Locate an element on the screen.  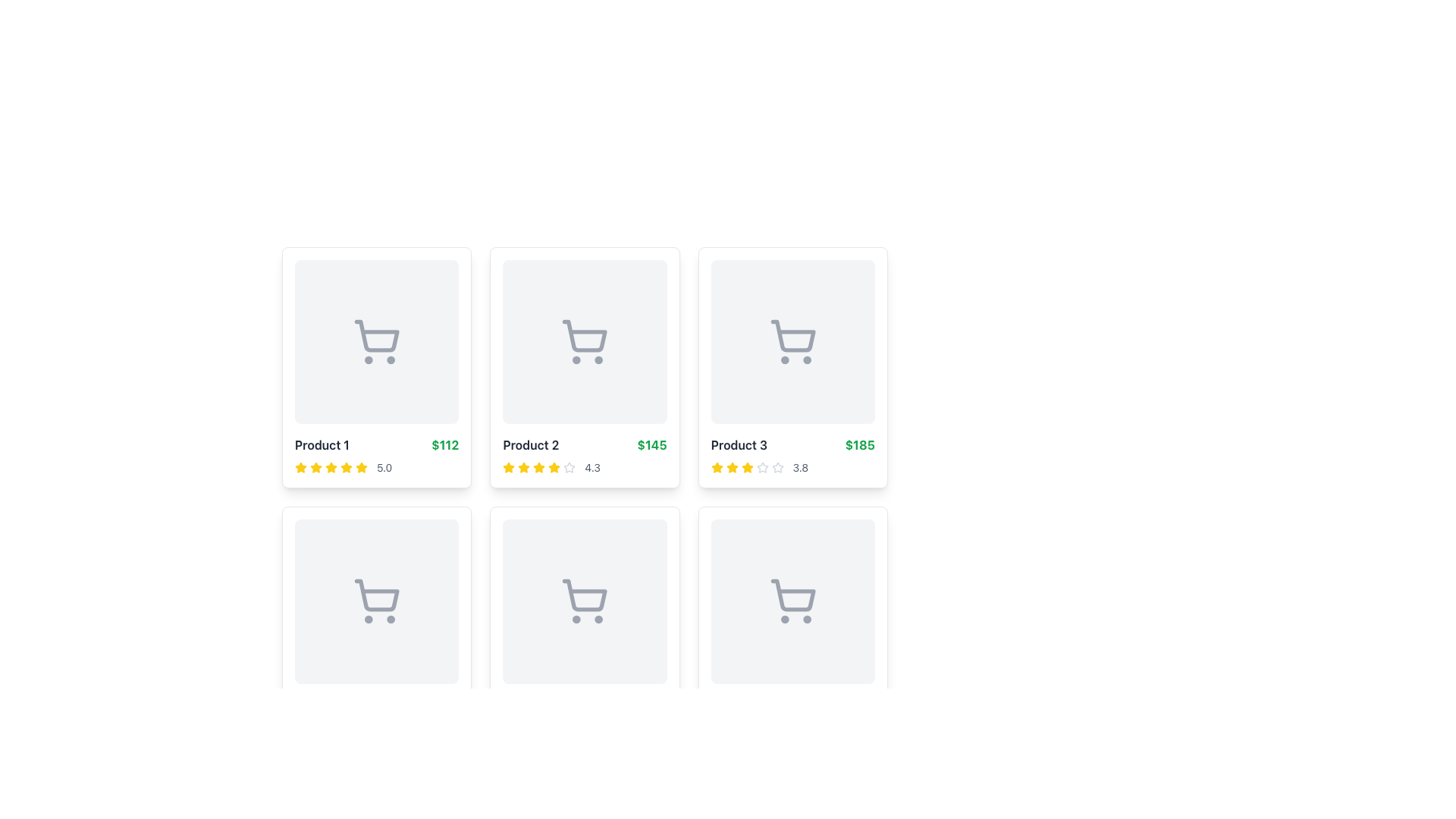
the rating display text located at the bottom section of the 'Product 3 $185' card, which is the rightmost card in the top row, for potential actions is located at coordinates (792, 467).